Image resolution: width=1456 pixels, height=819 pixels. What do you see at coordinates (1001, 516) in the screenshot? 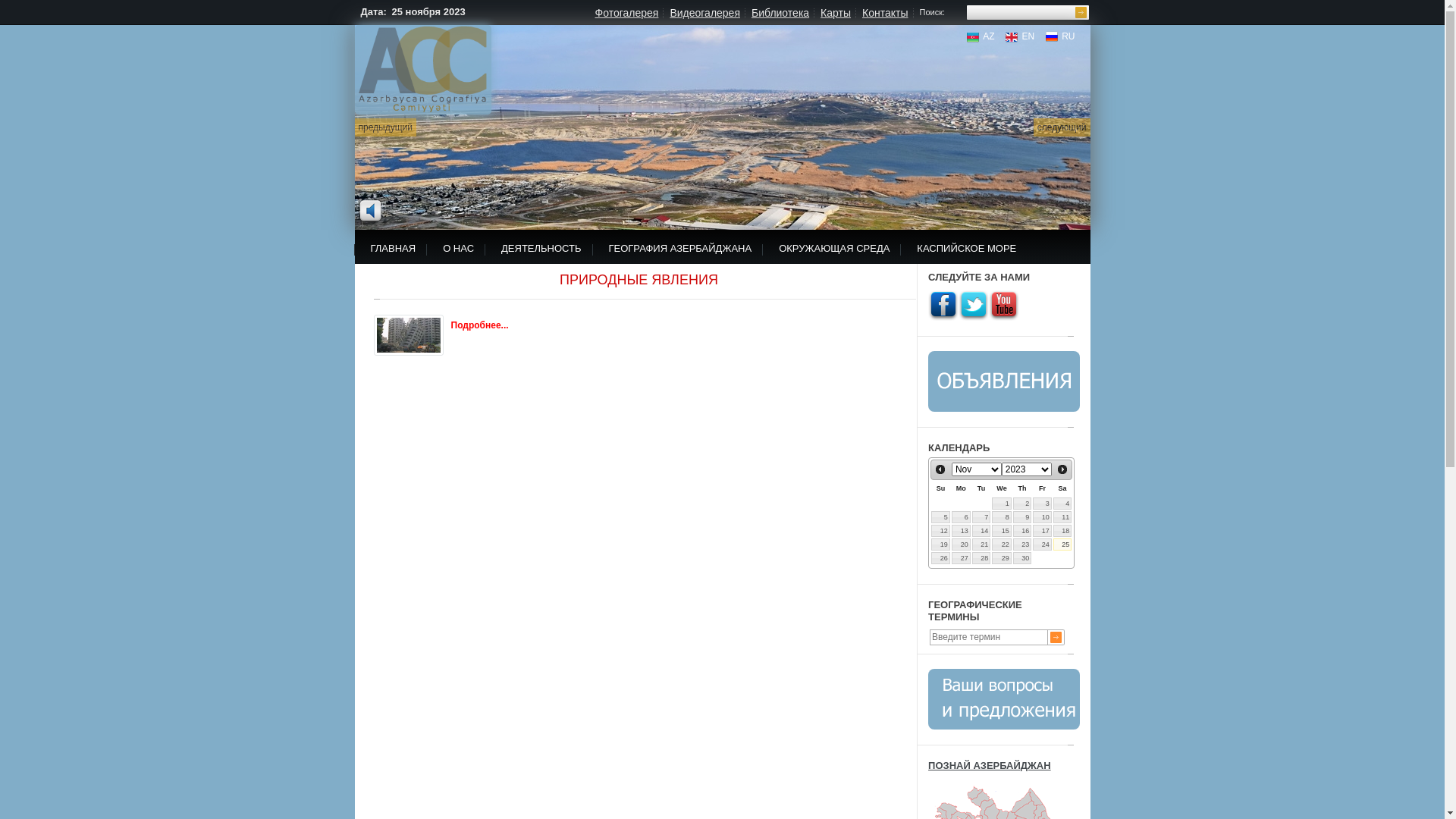
I see `'8'` at bounding box center [1001, 516].